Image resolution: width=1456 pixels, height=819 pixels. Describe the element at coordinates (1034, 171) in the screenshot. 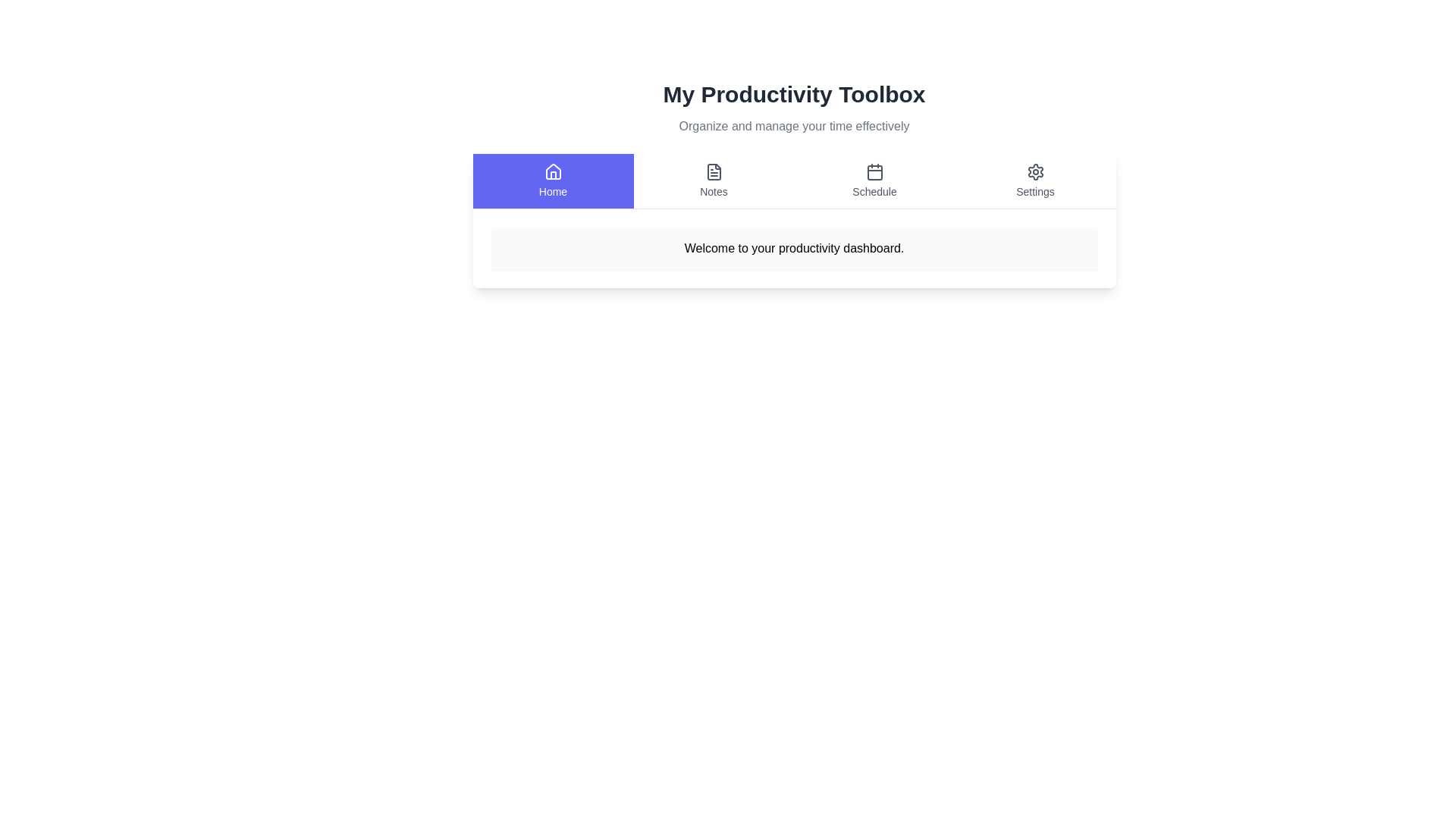

I see `the settings icon located in the top right portion of the header` at that location.